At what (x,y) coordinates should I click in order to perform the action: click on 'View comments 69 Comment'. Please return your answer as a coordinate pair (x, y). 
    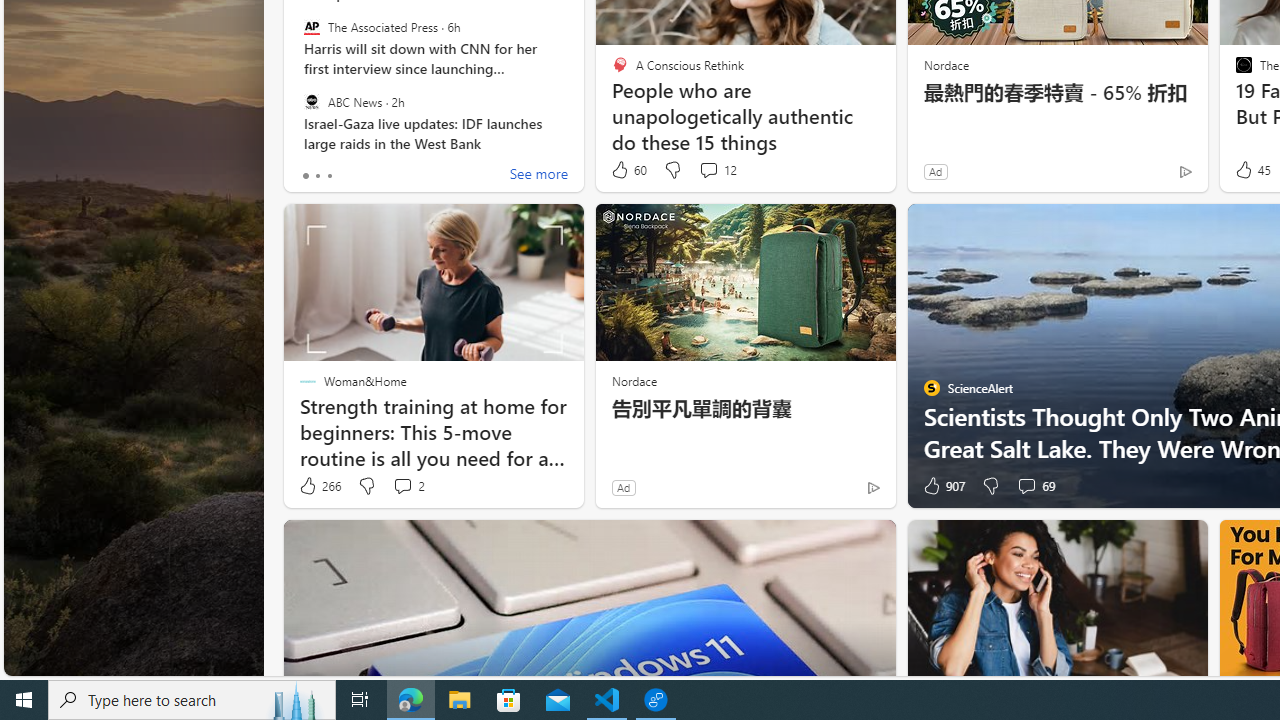
    Looking at the image, I should click on (1026, 486).